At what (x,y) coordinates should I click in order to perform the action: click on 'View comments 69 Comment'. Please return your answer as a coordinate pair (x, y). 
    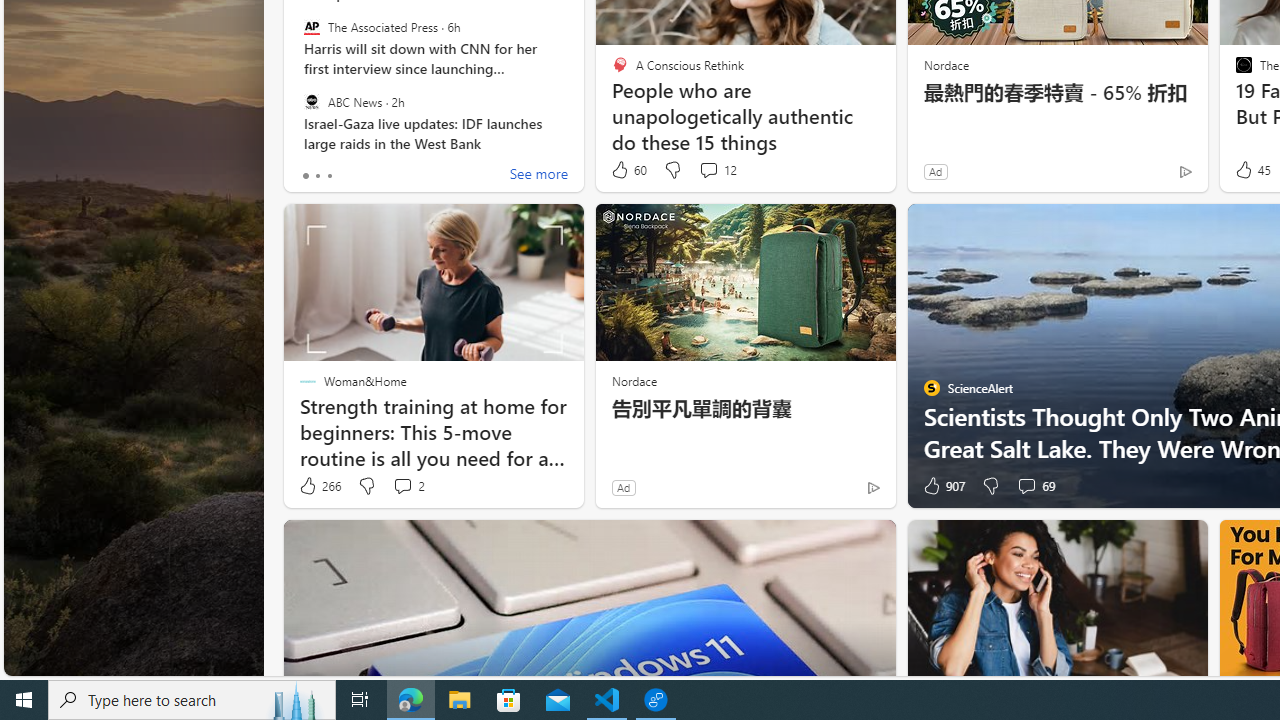
    Looking at the image, I should click on (1026, 486).